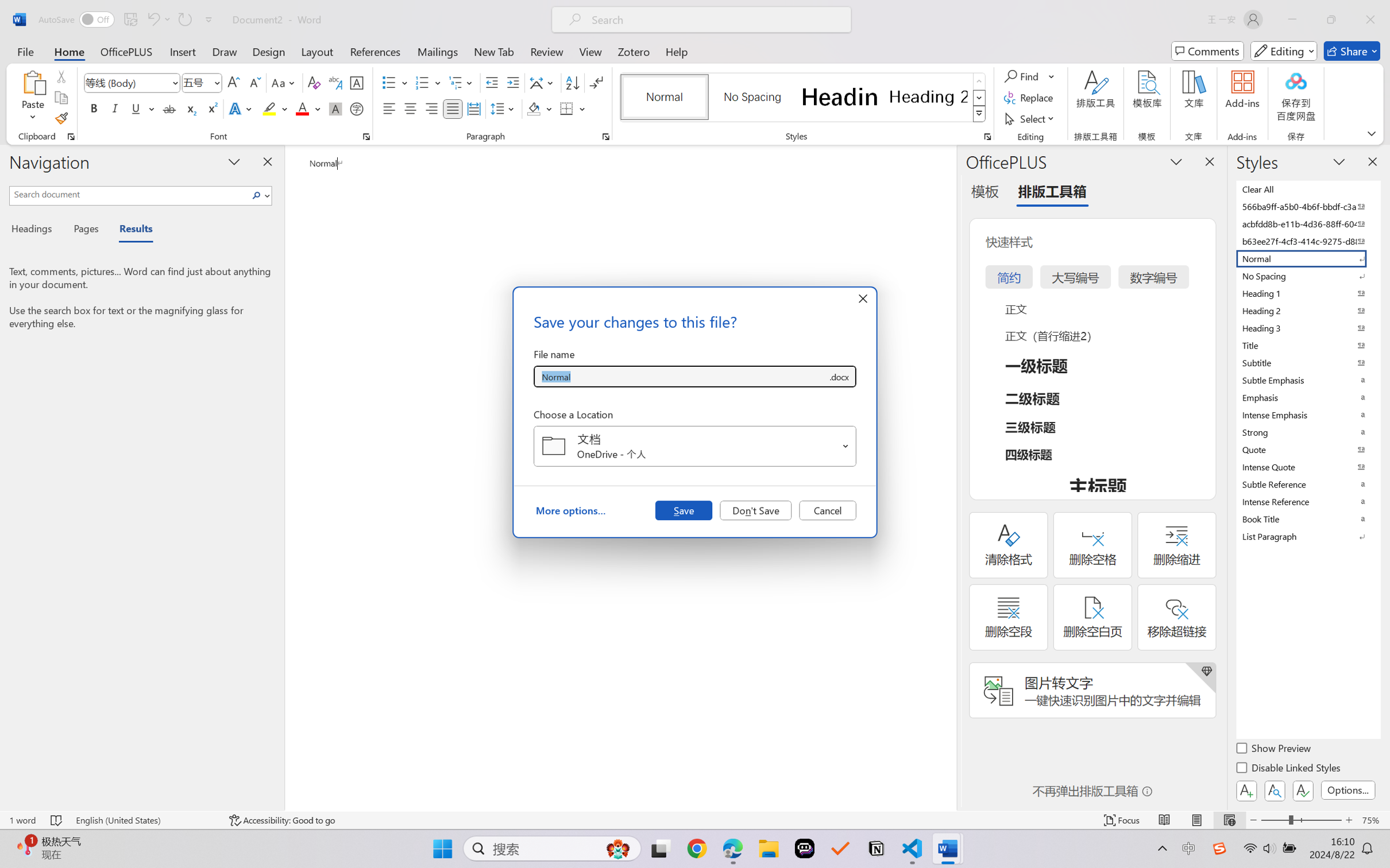  What do you see at coordinates (308, 108) in the screenshot?
I see `'Font Color'` at bounding box center [308, 108].